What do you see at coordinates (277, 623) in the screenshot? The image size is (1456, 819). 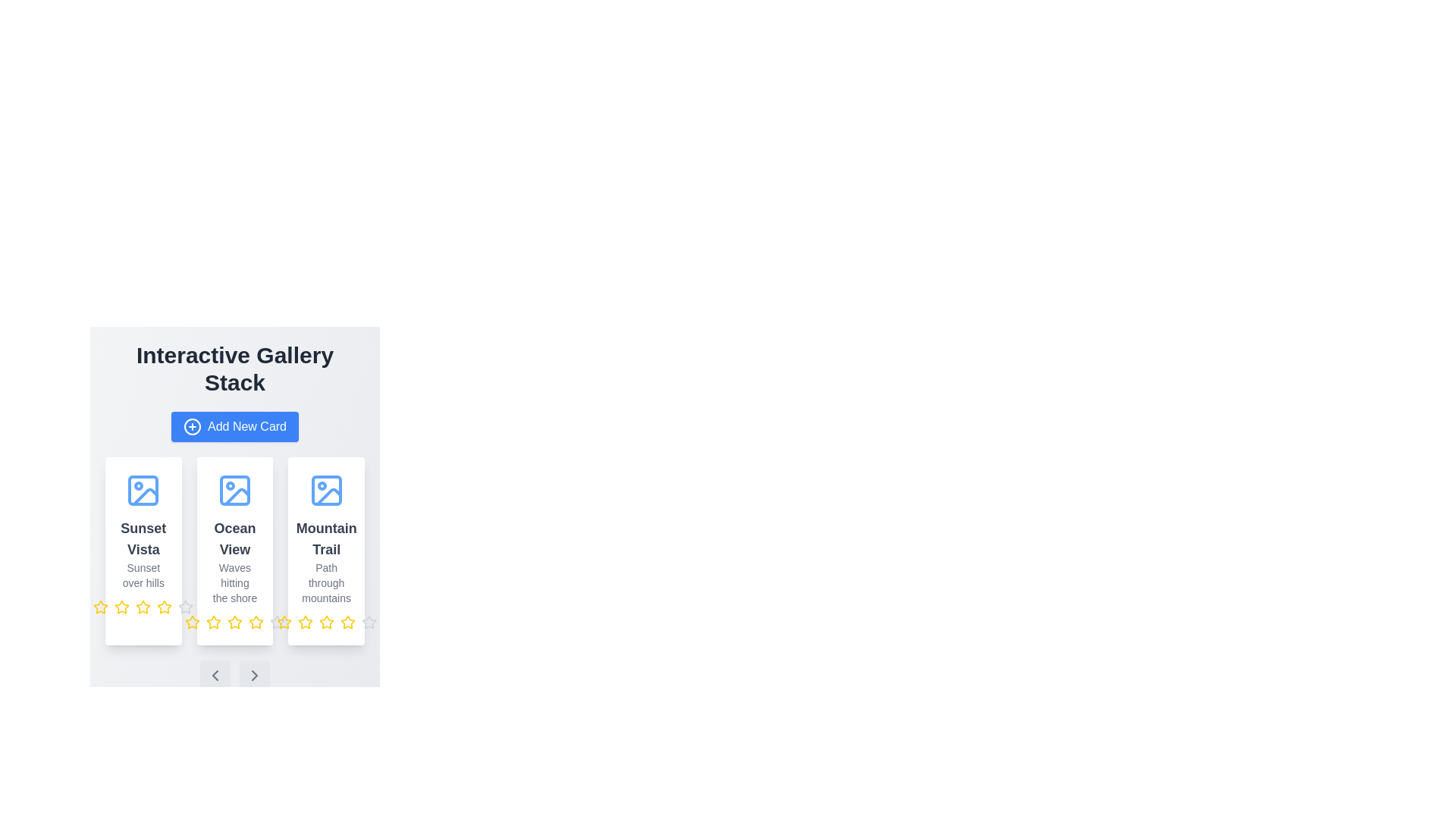 I see `the fifth star in the rating row of the 'Mountain Trail' card, which is not selected` at bounding box center [277, 623].